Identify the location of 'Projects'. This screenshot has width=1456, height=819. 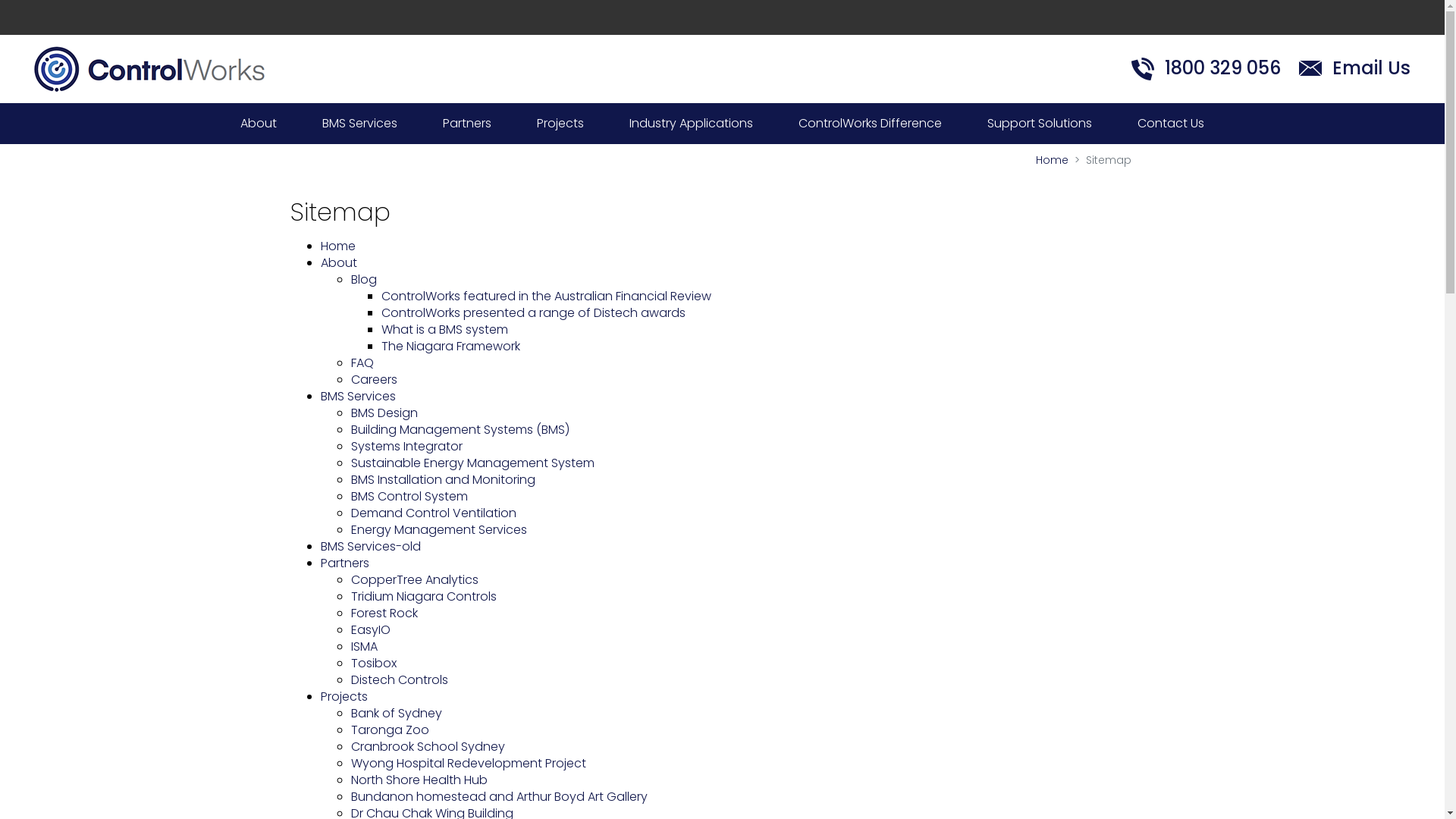
(342, 696).